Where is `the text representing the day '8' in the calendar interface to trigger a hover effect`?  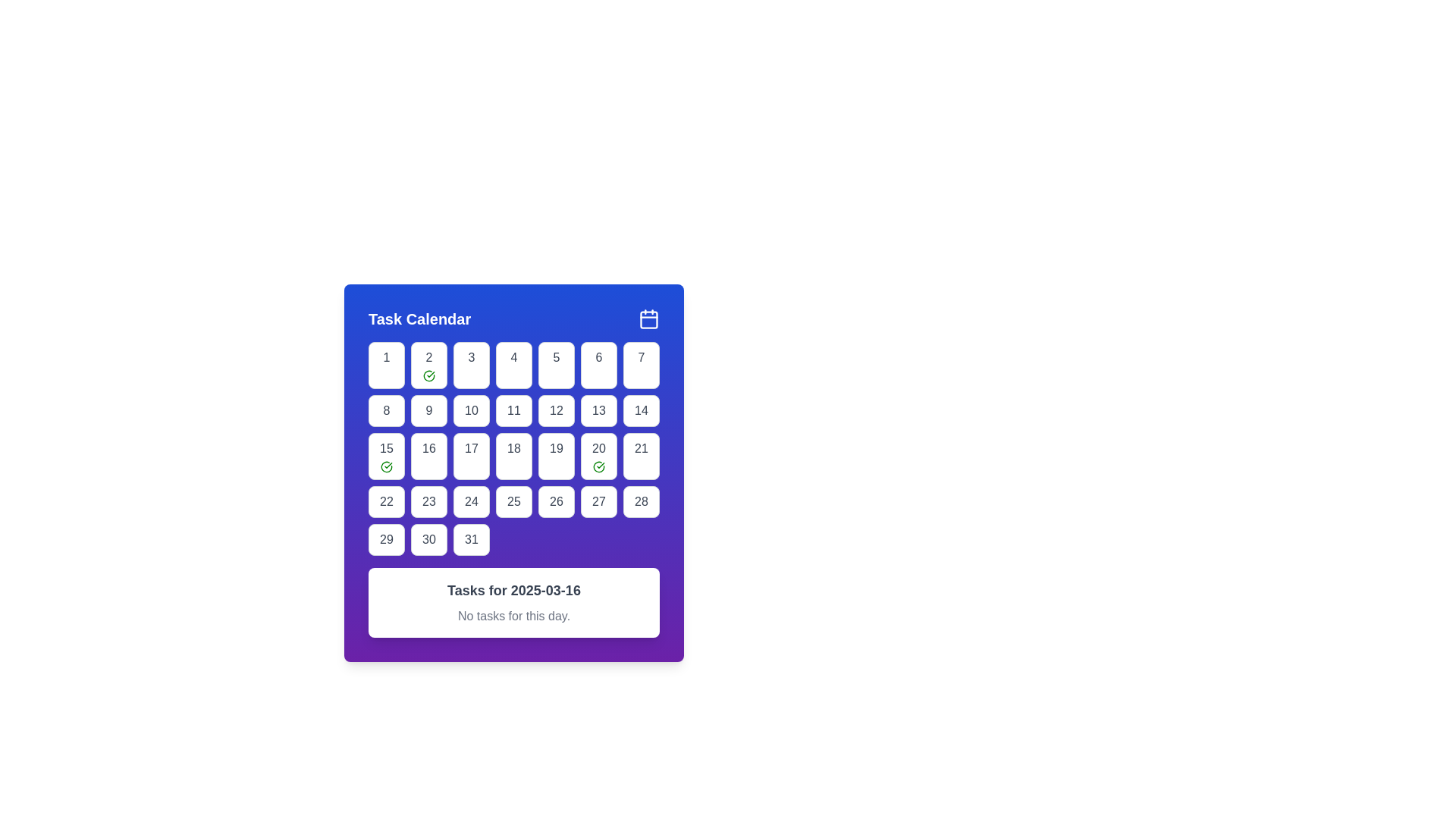 the text representing the day '8' in the calendar interface to trigger a hover effect is located at coordinates (386, 411).